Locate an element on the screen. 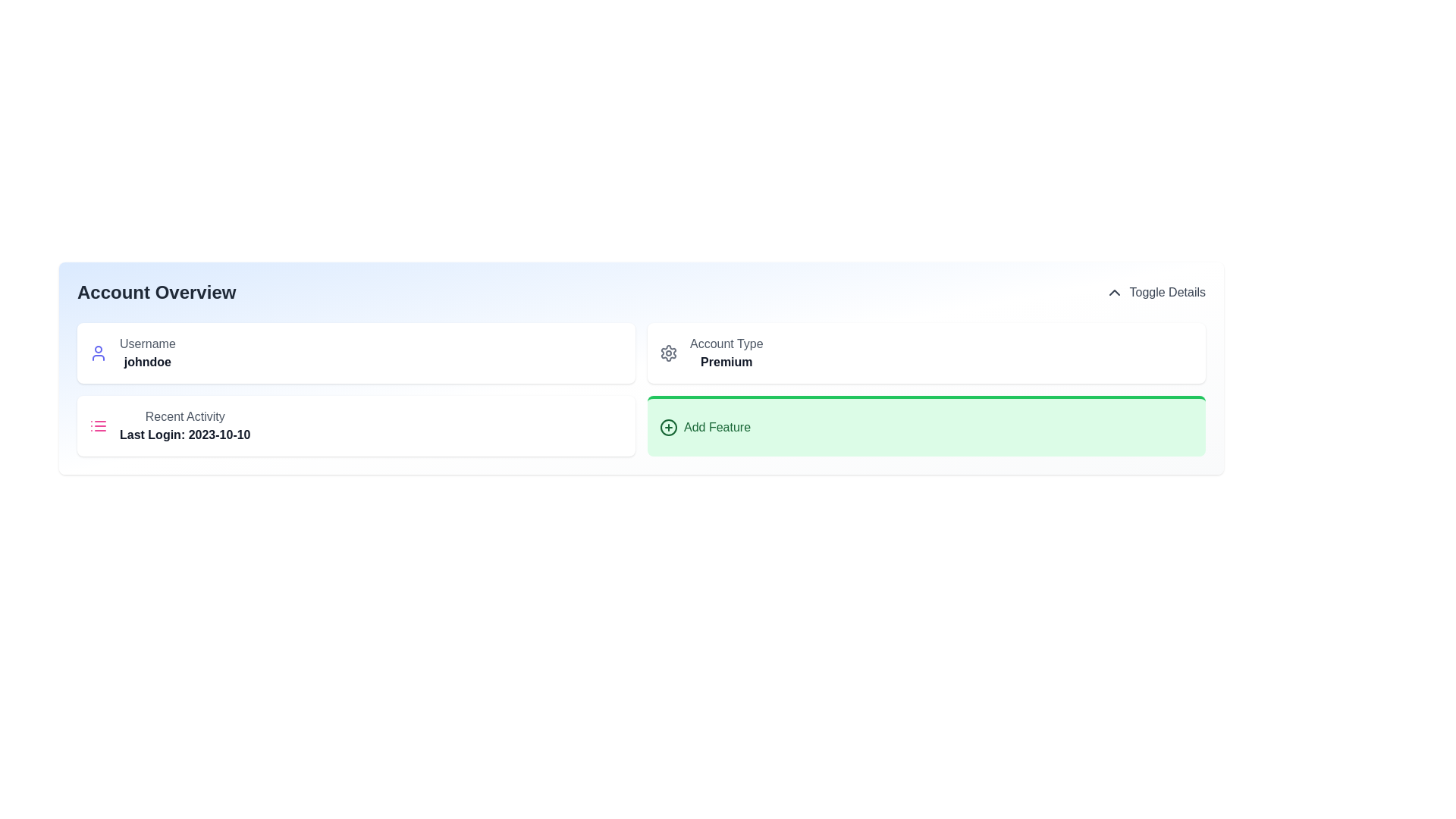 The height and width of the screenshot is (819, 1456). the pink icon resembling a stylized list located to the left of the 'Recent Activity' text in the 'Account Overview' section is located at coordinates (97, 426).